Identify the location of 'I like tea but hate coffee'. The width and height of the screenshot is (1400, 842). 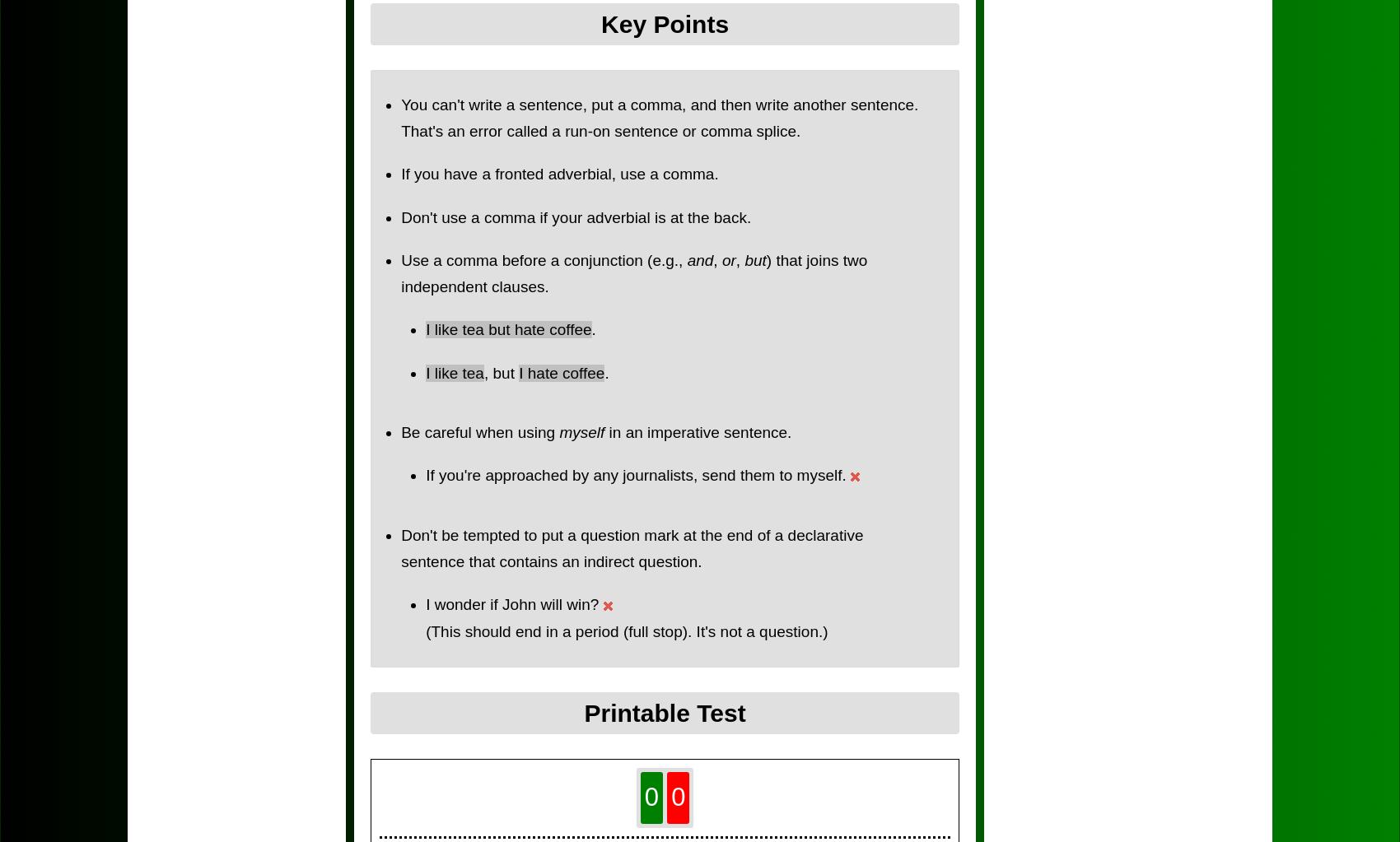
(507, 329).